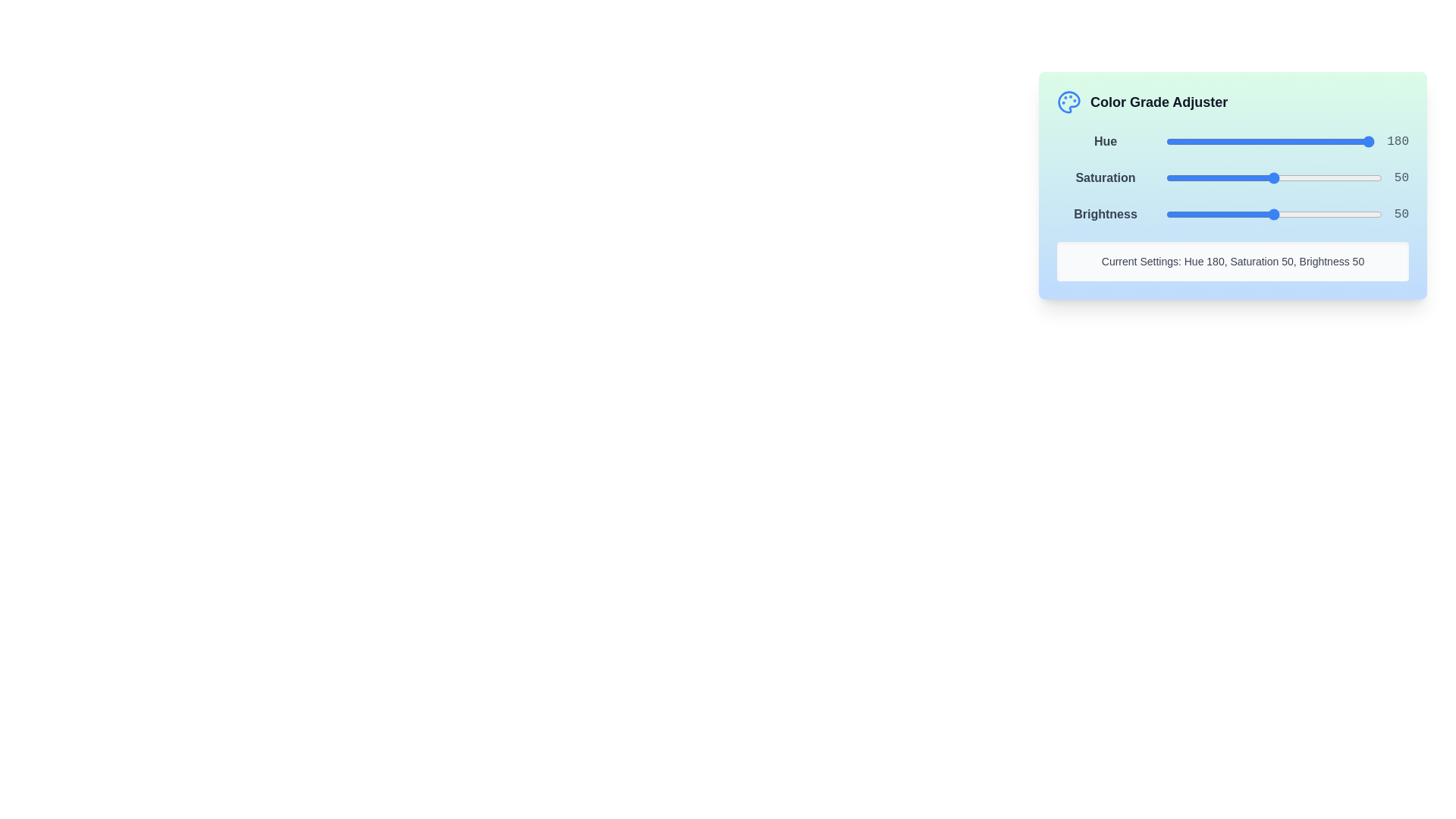 This screenshot has width=1456, height=819. What do you see at coordinates (1204, 214) in the screenshot?
I see `the brightness slider to set the brightness to 18%` at bounding box center [1204, 214].